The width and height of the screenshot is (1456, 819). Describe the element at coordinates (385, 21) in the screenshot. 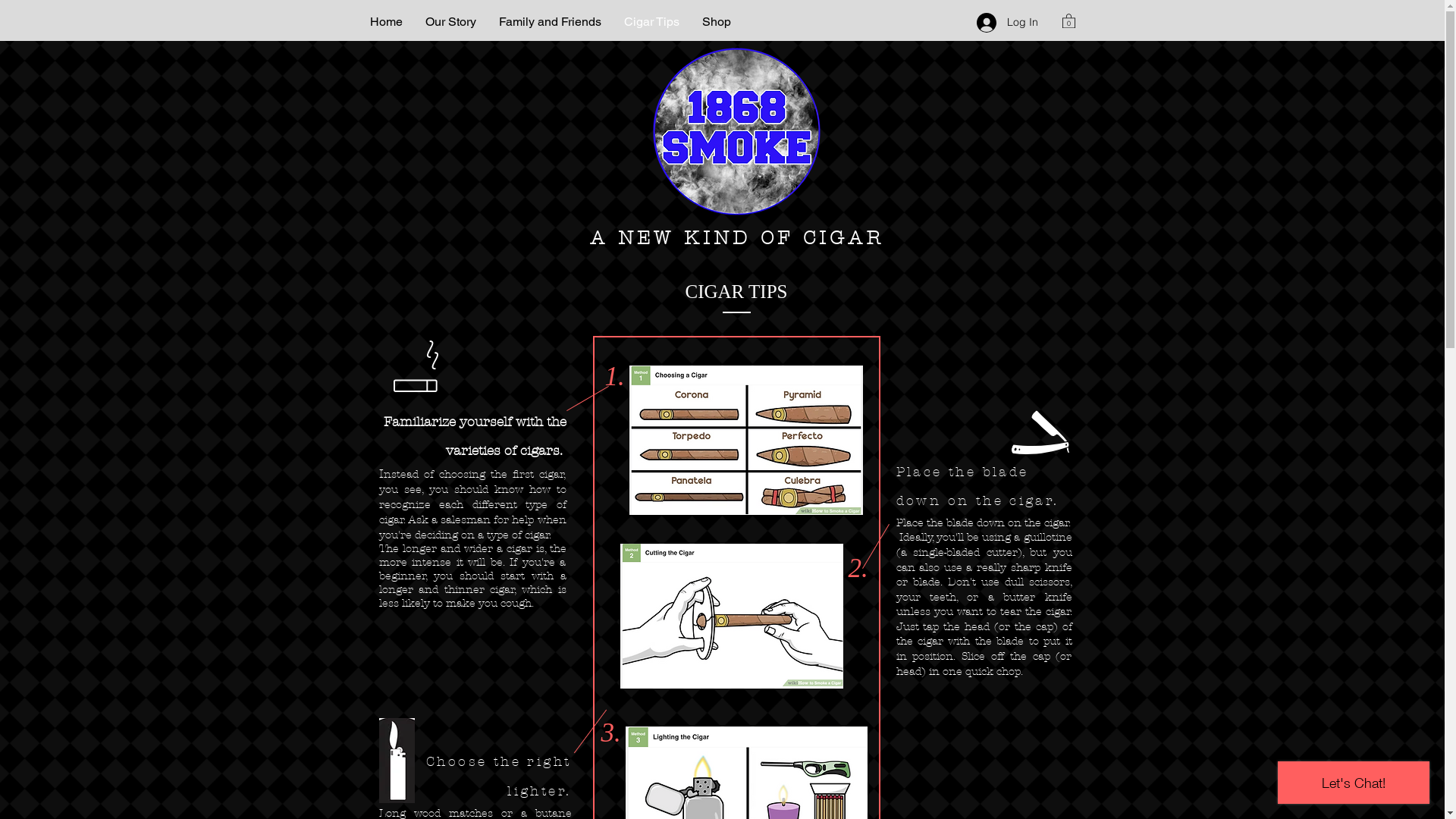

I see `'Home'` at that location.